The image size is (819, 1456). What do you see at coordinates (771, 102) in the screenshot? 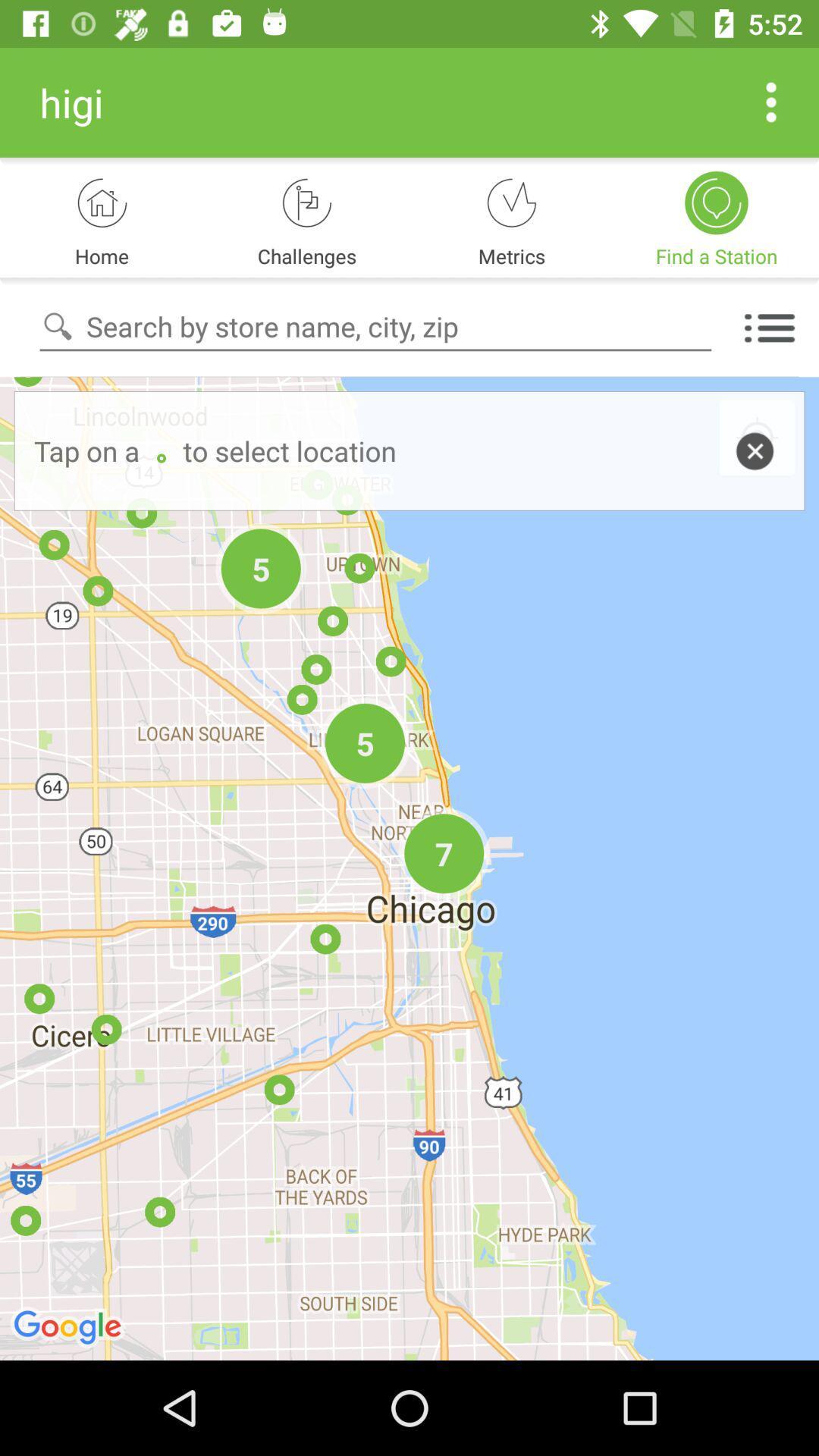
I see `the dot menu at from right  top corner` at bounding box center [771, 102].